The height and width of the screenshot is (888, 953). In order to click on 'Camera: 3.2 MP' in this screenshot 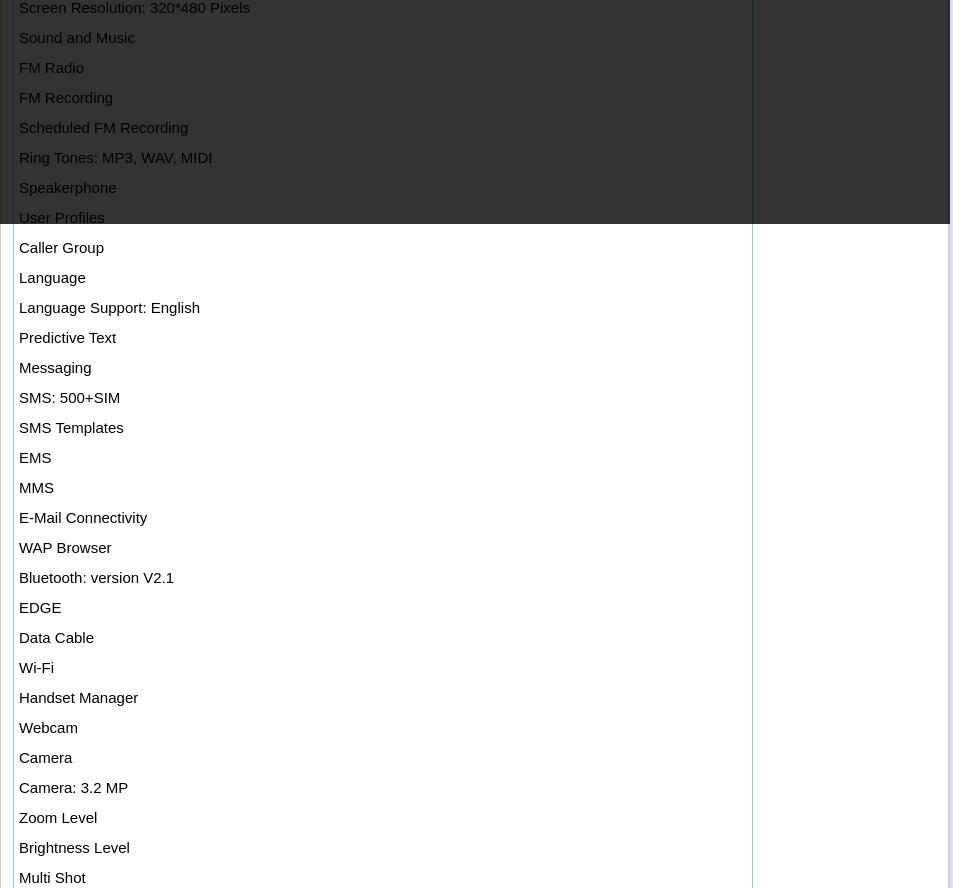, I will do `click(72, 787)`.